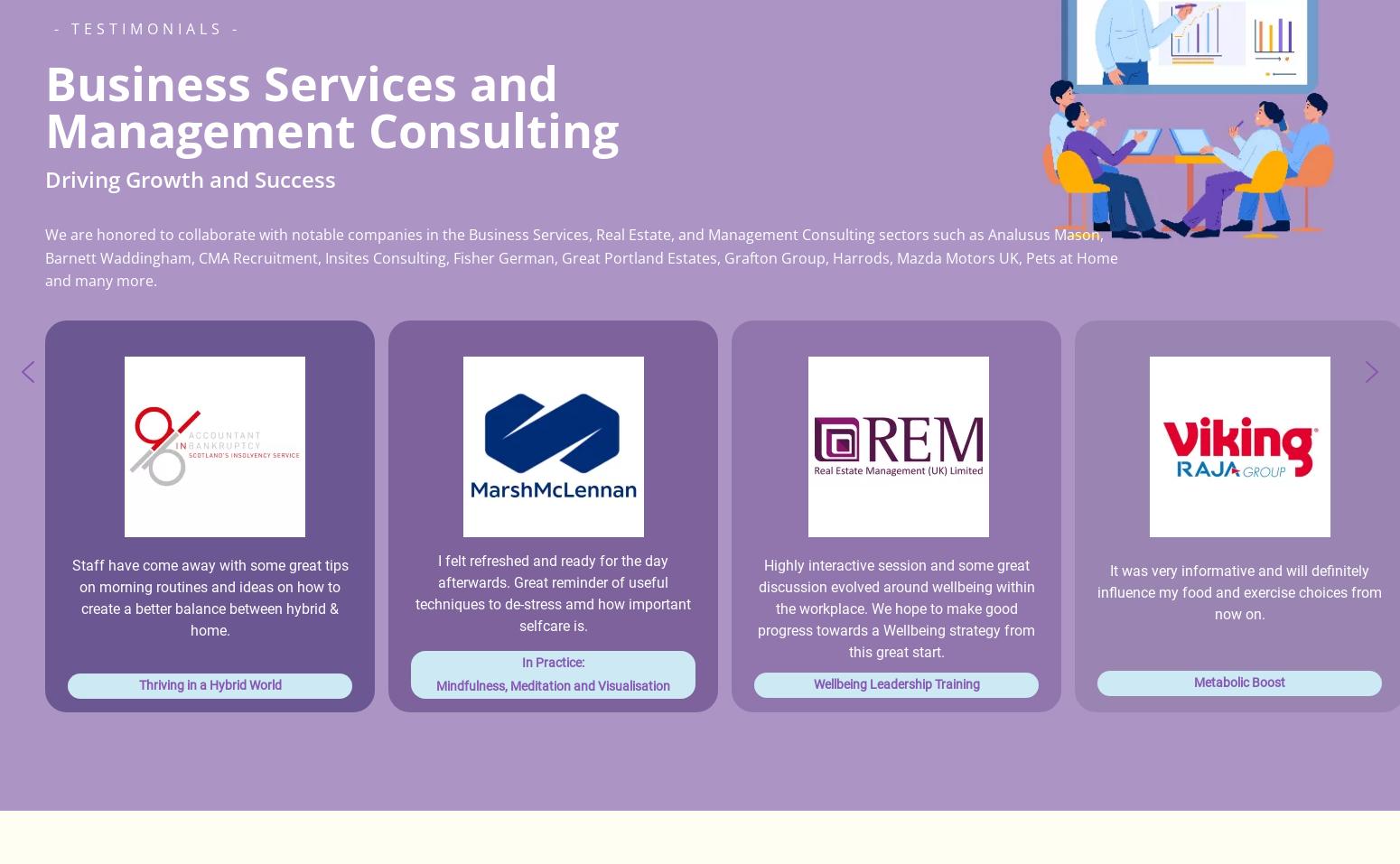 This screenshot has height=864, width=1400. What do you see at coordinates (415, 591) in the screenshot?
I see `'I felt refreshed and ready for the day afterwards. Great reminder of useful techniques to de-stress amd how important selfcare is.'` at bounding box center [415, 591].